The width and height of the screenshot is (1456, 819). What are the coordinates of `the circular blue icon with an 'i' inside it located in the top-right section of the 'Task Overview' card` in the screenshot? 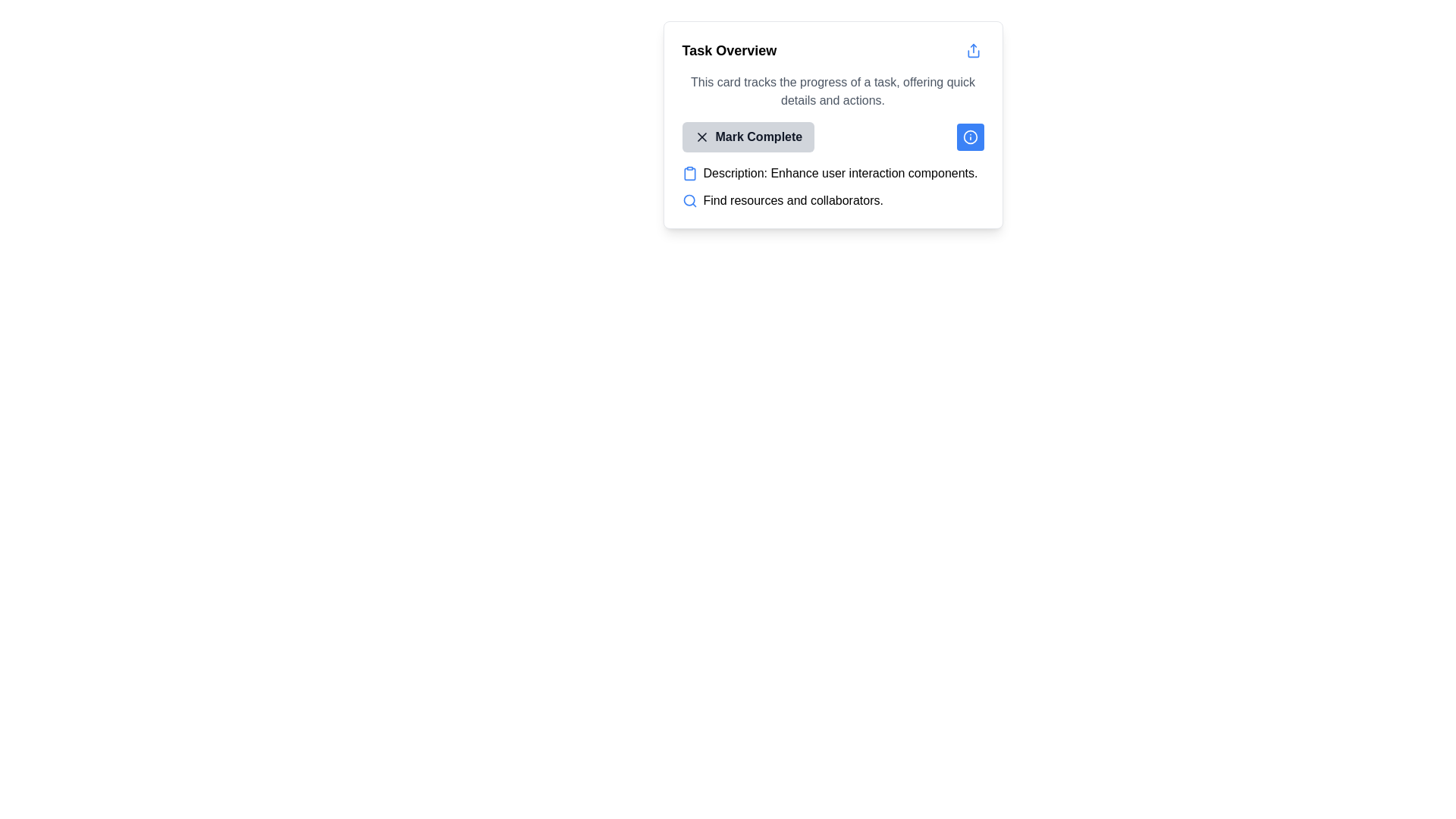 It's located at (969, 137).